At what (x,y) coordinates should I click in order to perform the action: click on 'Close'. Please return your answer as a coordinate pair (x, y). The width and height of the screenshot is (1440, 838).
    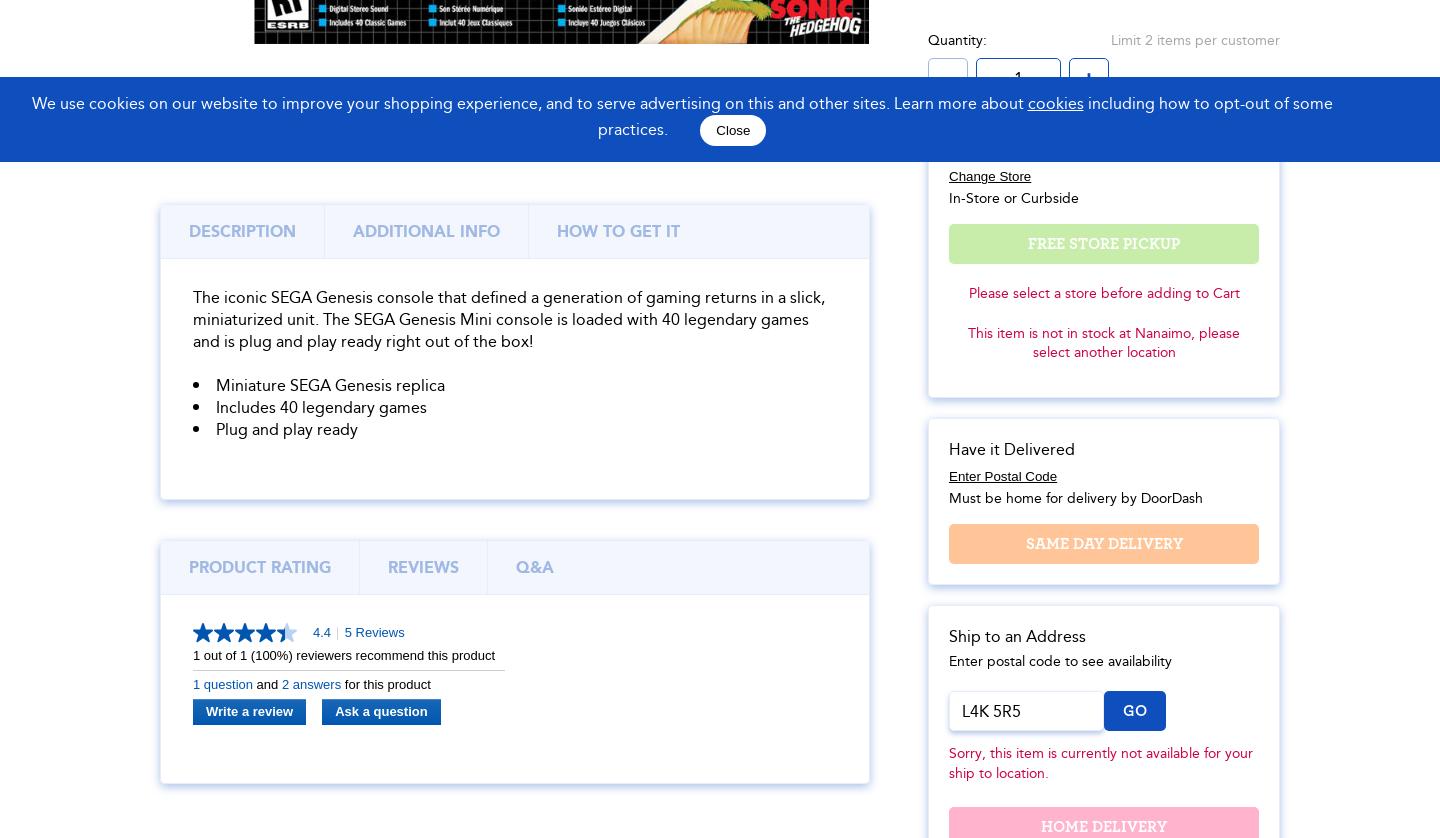
    Looking at the image, I should click on (731, 130).